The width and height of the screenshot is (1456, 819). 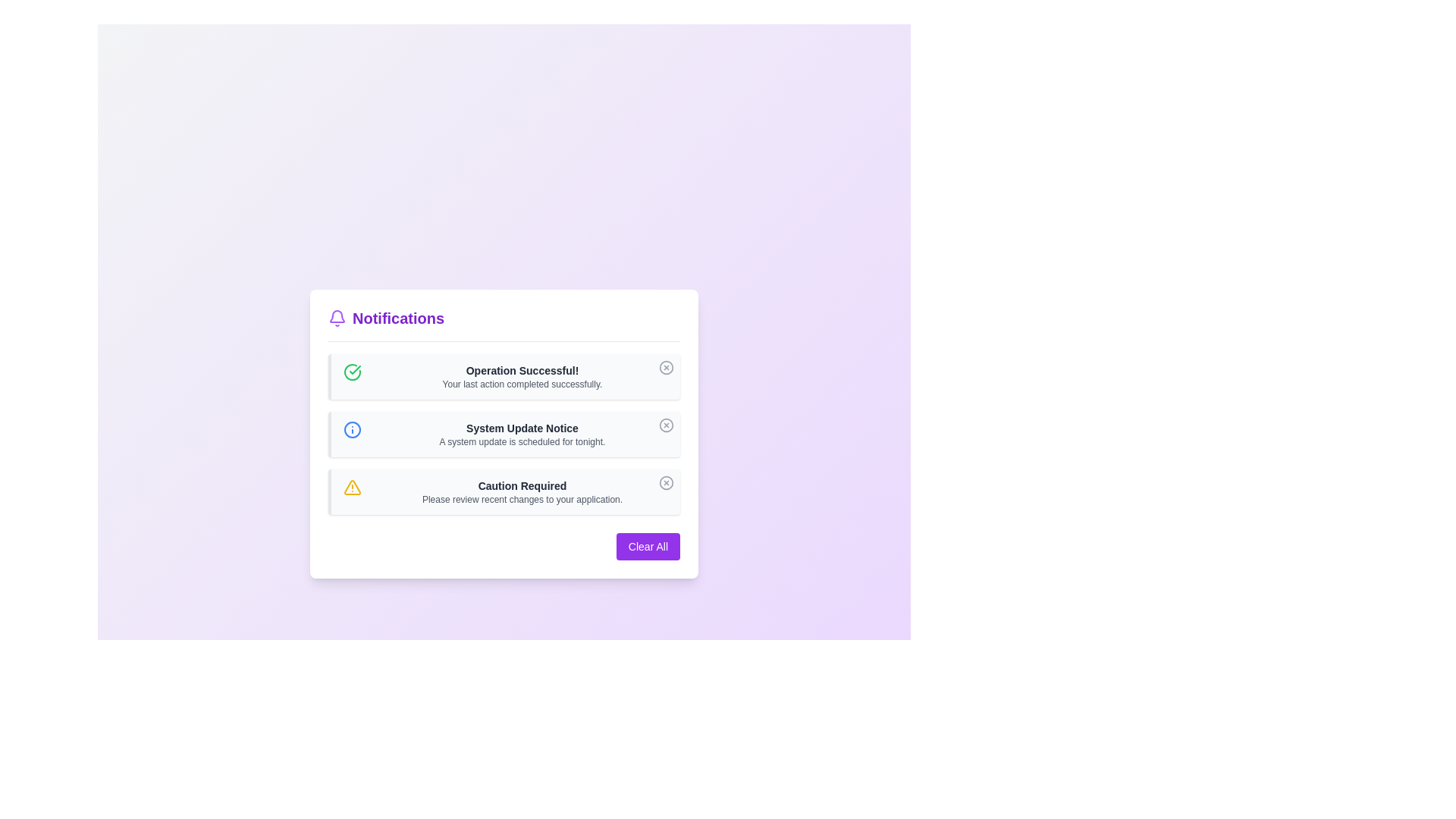 I want to click on notification text from the Notification card, which is the third item in the vertically arranged notification list and located below the 'System Update Notice', so click(x=504, y=491).